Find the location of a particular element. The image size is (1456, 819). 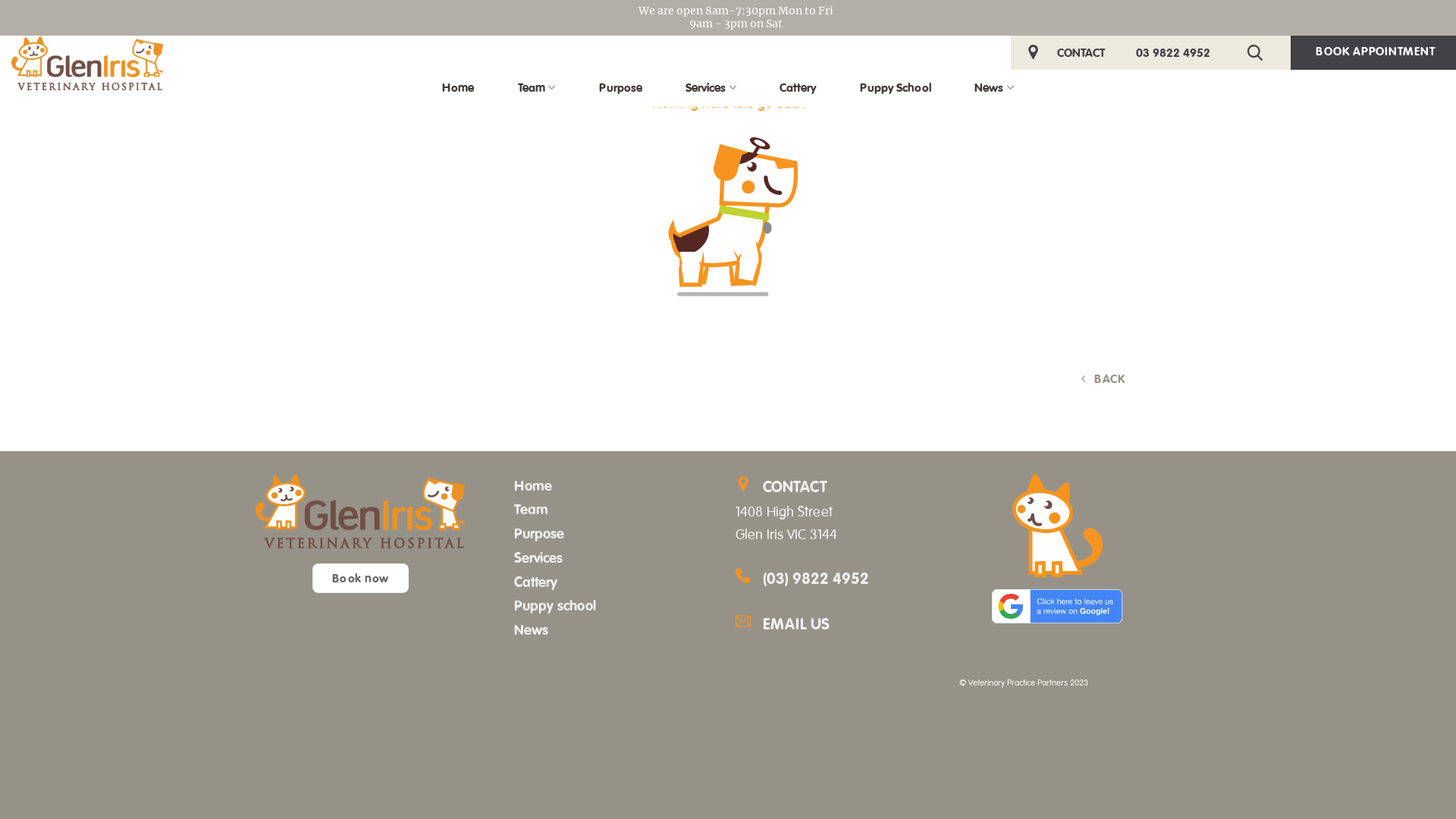

'Team' is located at coordinates (531, 509).